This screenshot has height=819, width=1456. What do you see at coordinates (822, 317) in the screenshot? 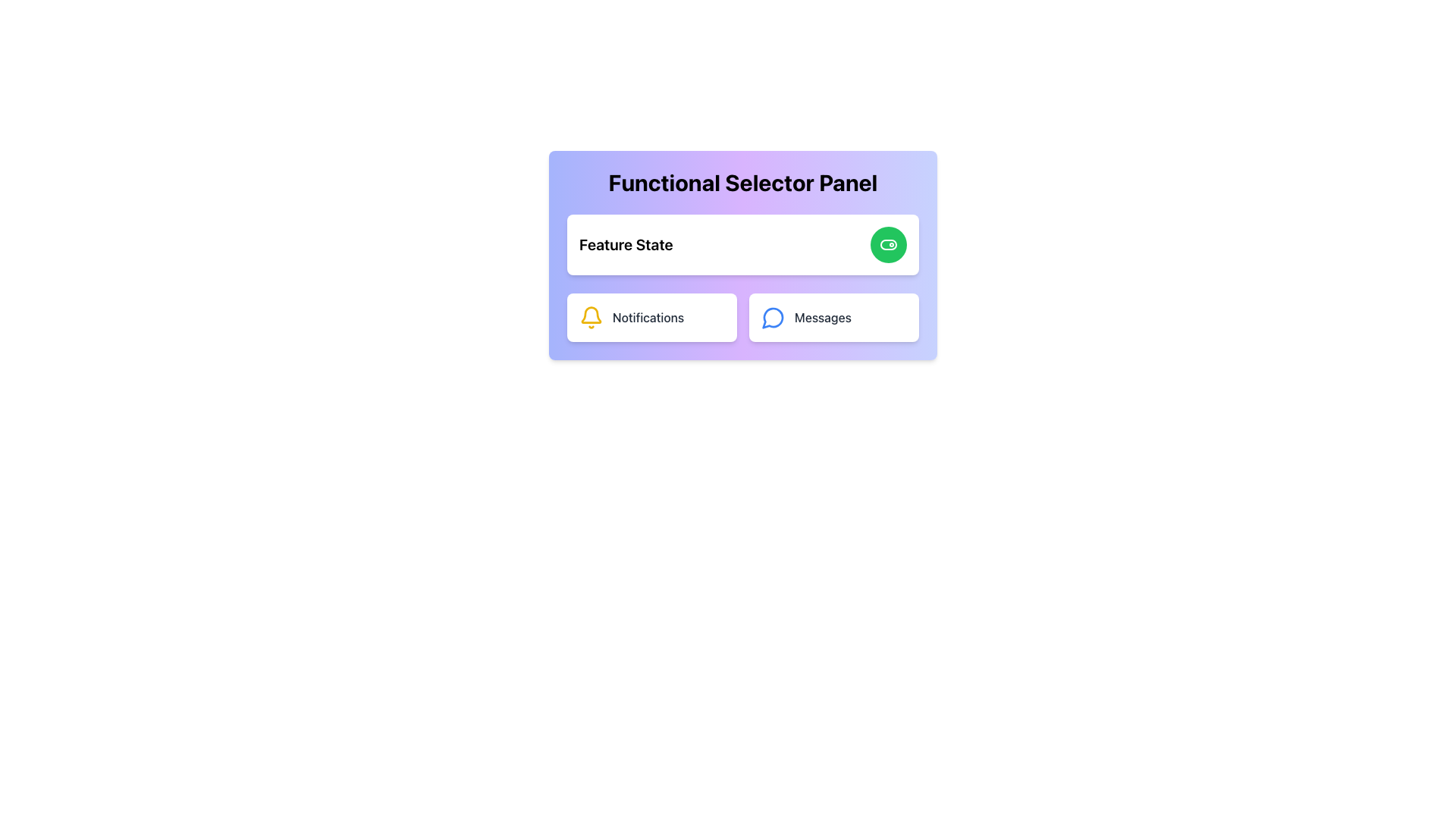
I see `the 'Messages' text label located in the bottom-right section of the panel, which serves as a section header for messaging functionality` at bounding box center [822, 317].